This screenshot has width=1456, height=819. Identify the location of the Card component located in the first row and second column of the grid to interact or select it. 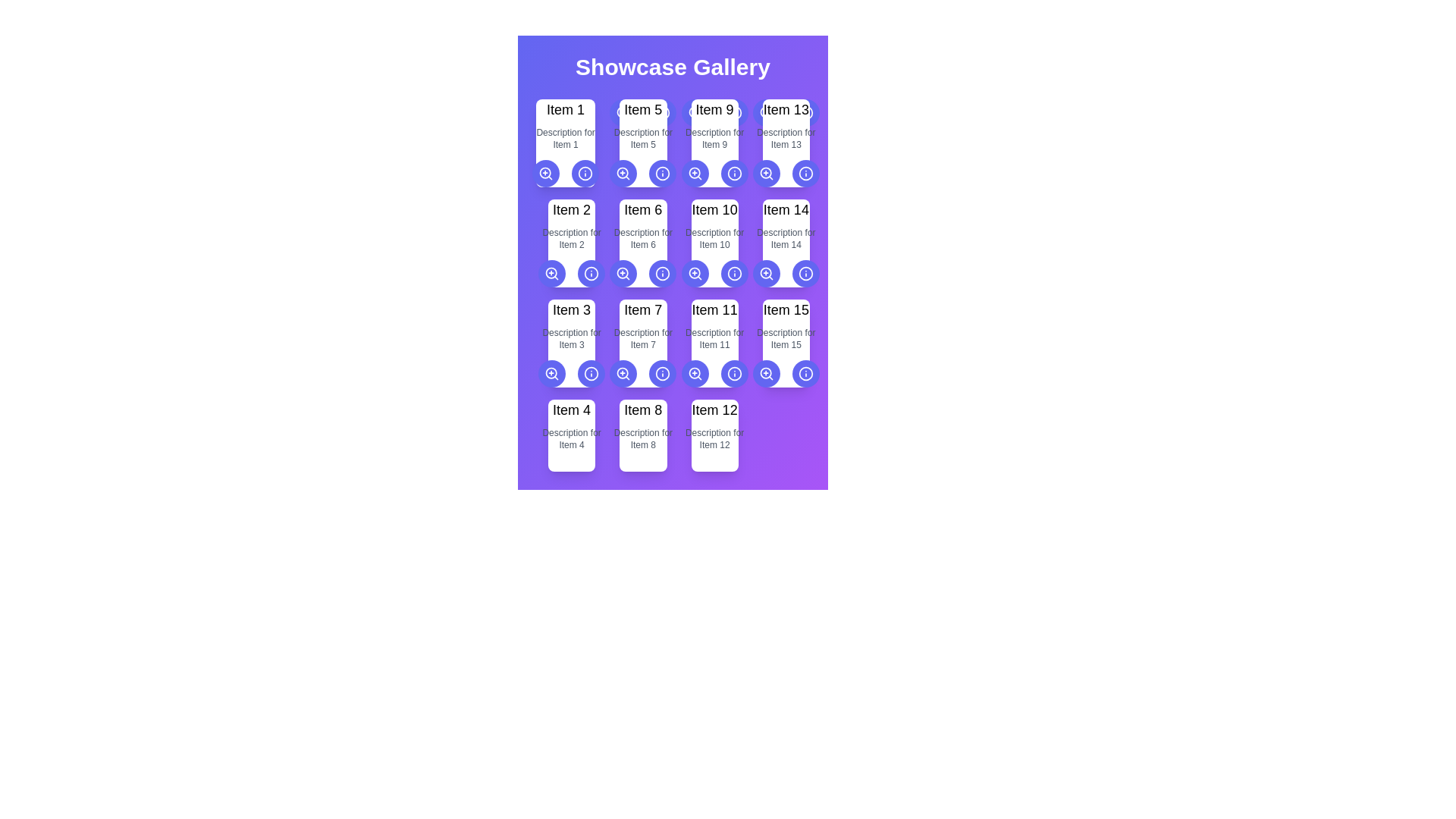
(643, 143).